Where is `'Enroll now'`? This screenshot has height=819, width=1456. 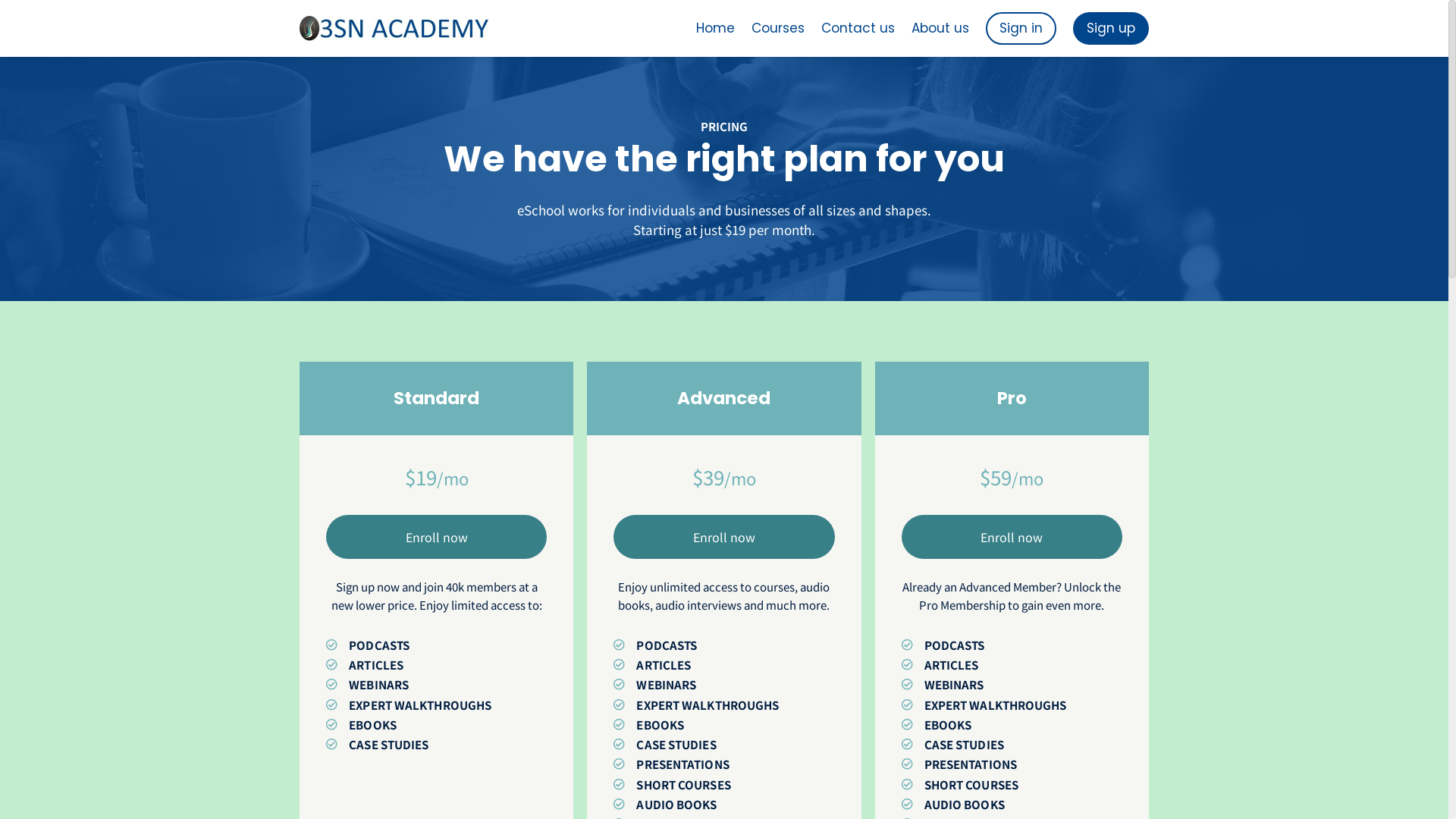 'Enroll now' is located at coordinates (1012, 536).